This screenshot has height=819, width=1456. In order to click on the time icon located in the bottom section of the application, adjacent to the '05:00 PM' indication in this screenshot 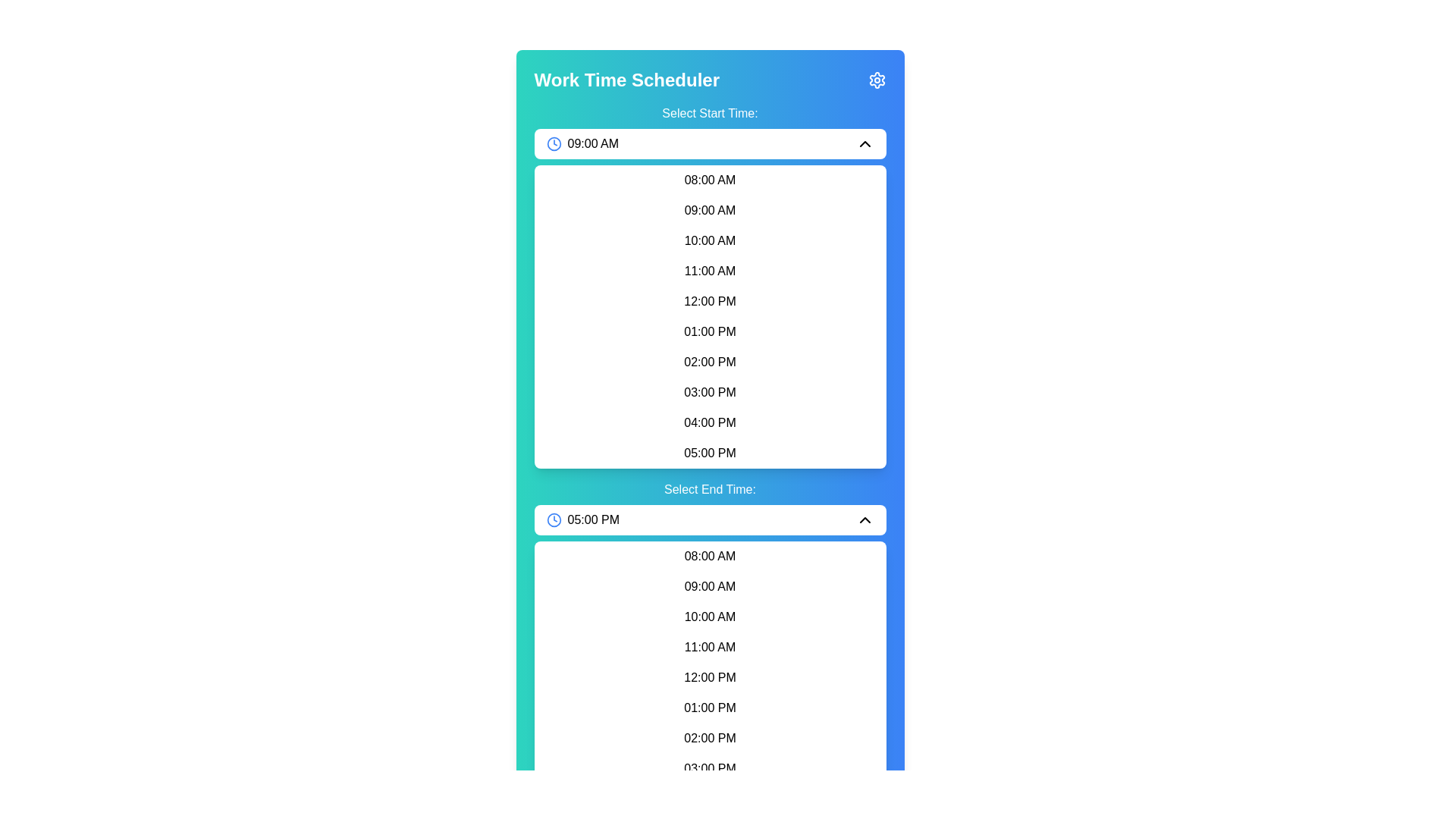, I will do `click(553, 519)`.